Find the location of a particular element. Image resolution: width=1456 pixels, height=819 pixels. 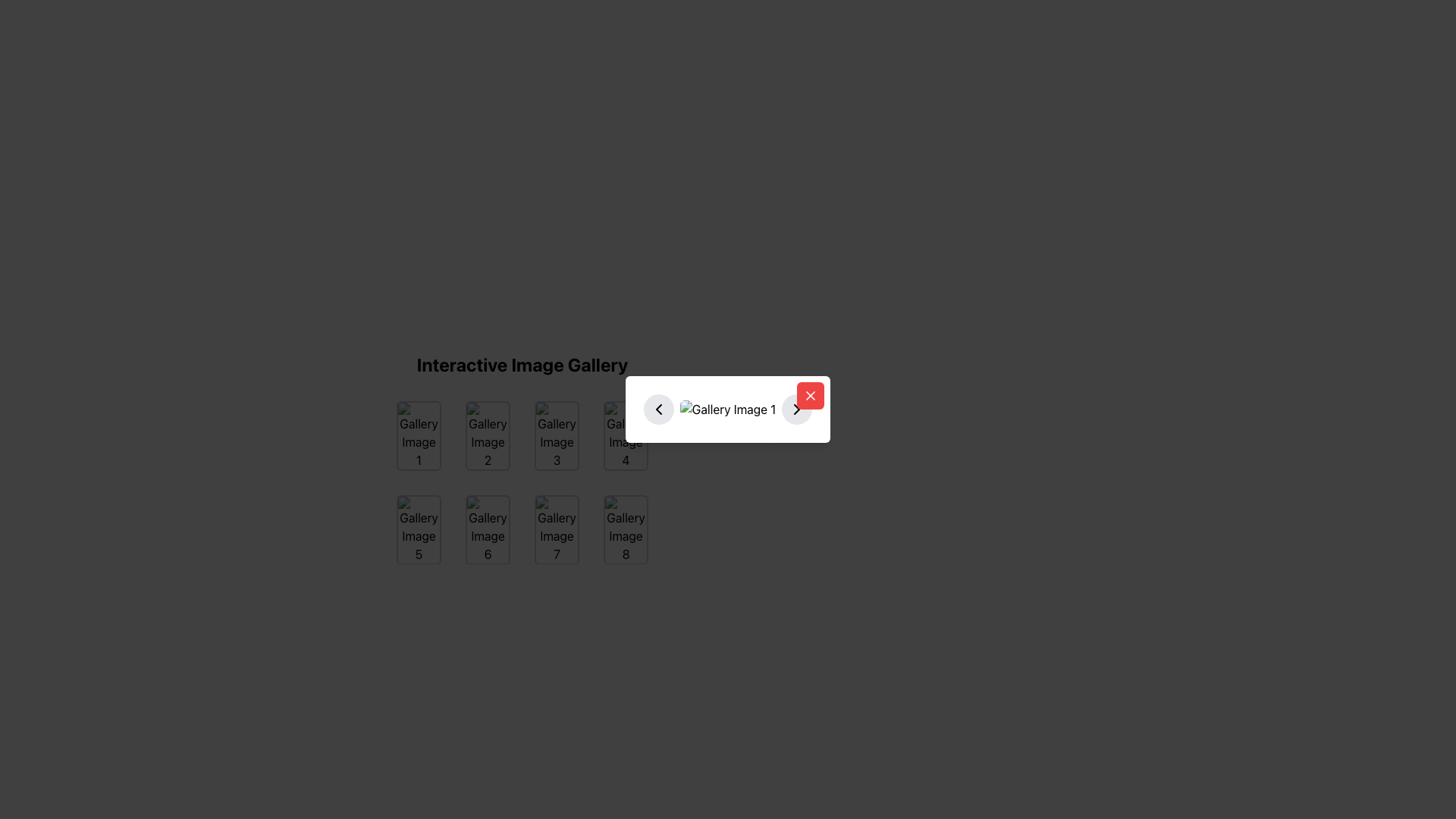

the 'Gallery Image 3' card is located at coordinates (556, 435).